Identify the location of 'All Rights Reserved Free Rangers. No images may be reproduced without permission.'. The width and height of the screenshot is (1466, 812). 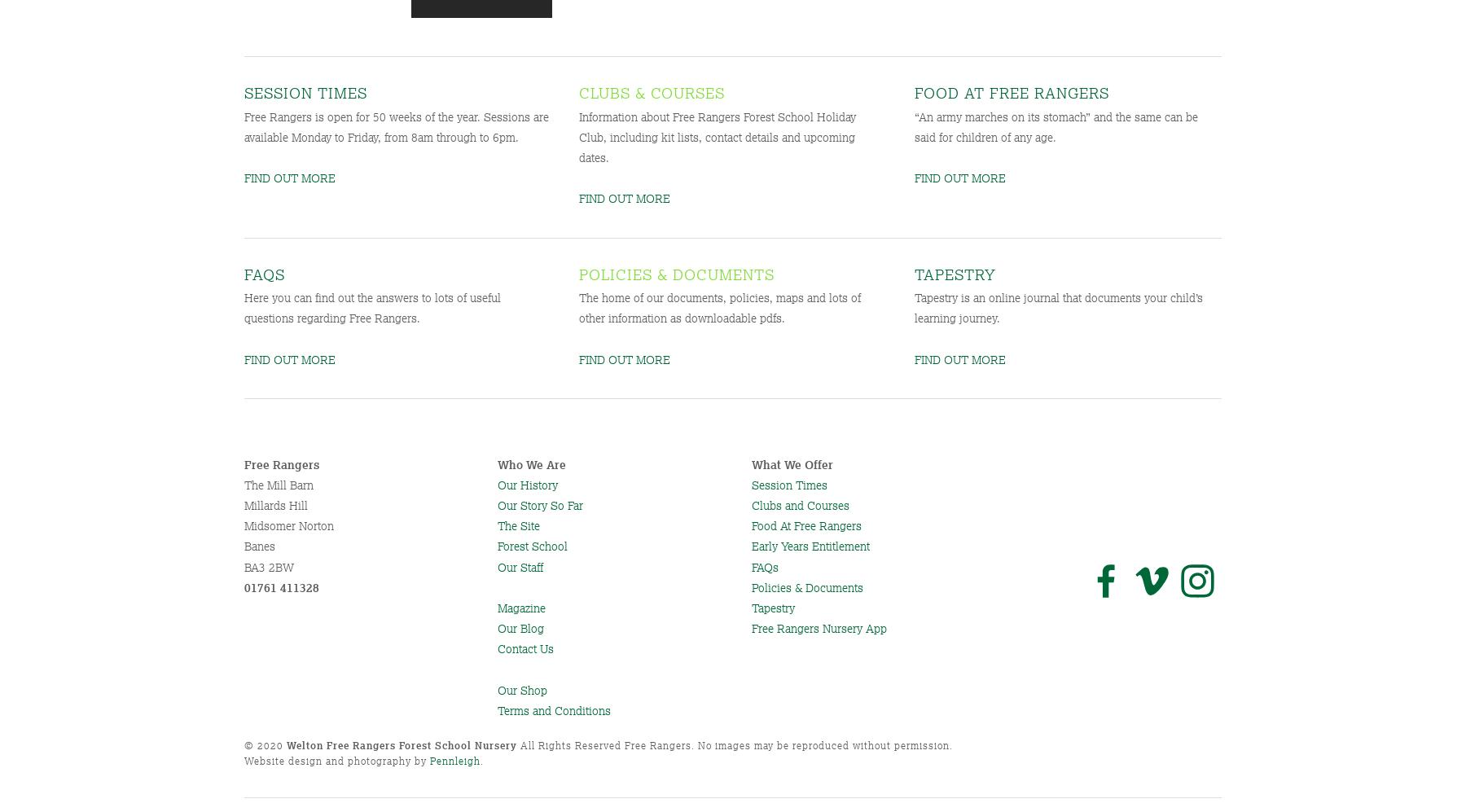
(734, 745).